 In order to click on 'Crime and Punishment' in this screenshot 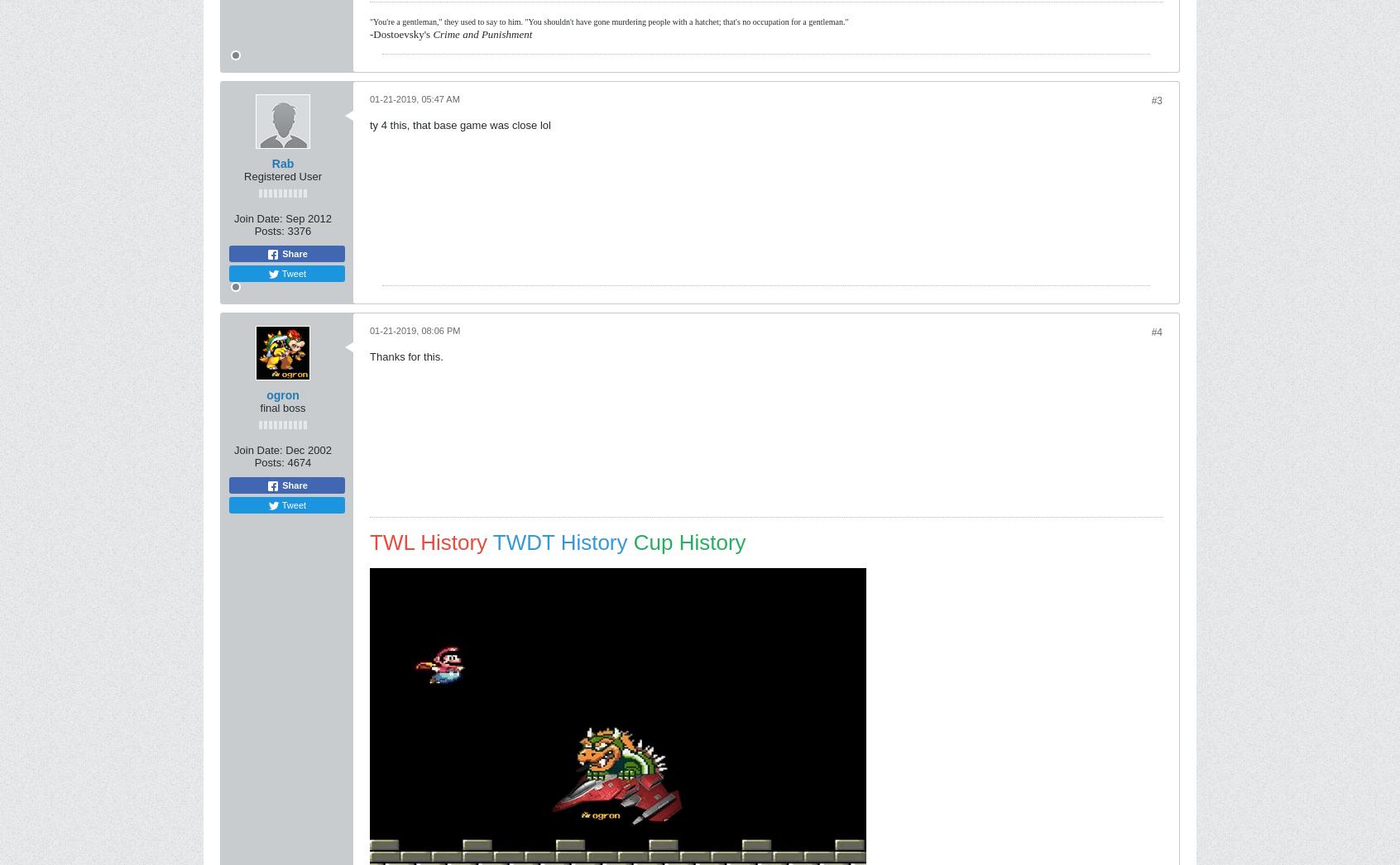, I will do `click(482, 33)`.